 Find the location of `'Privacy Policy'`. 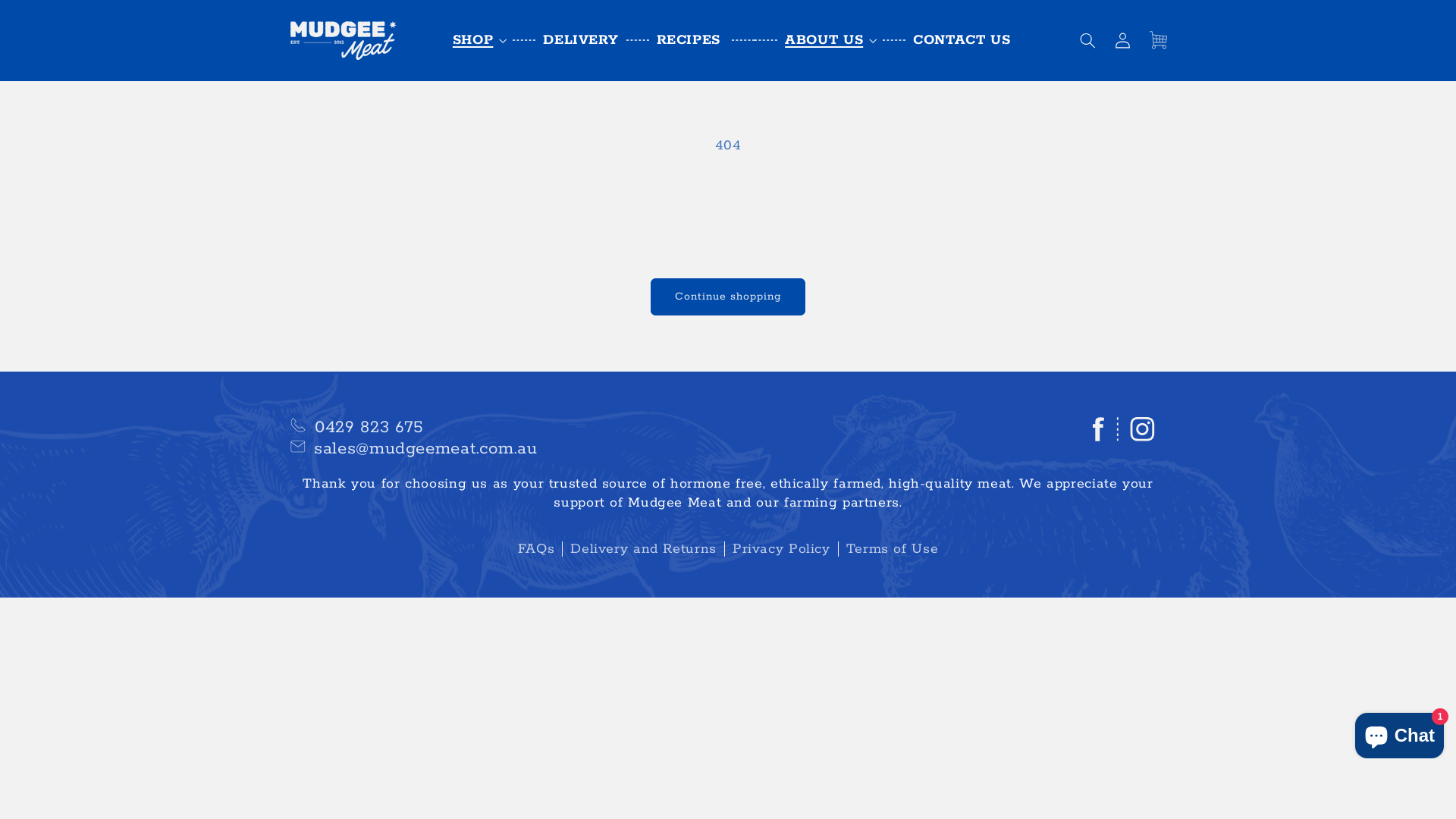

'Privacy Policy' is located at coordinates (723, 549).